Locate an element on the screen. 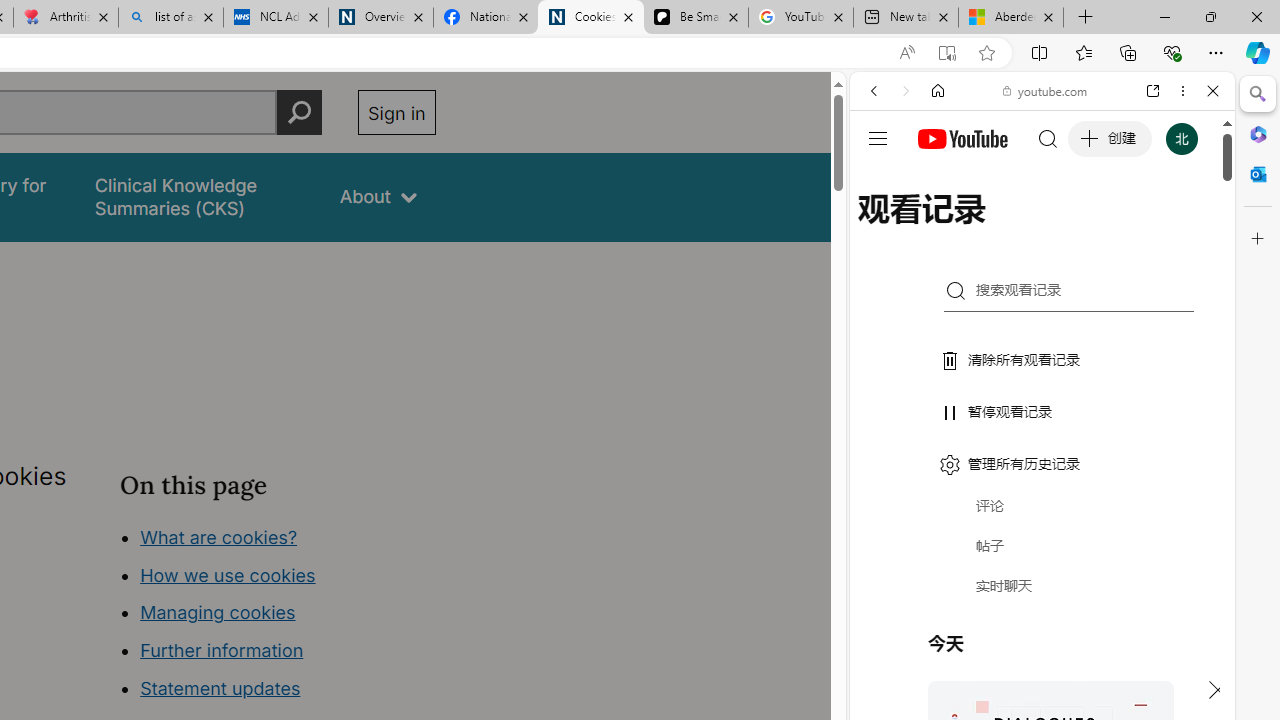  'Search Filter, Search Tools' is located at coordinates (1092, 227).